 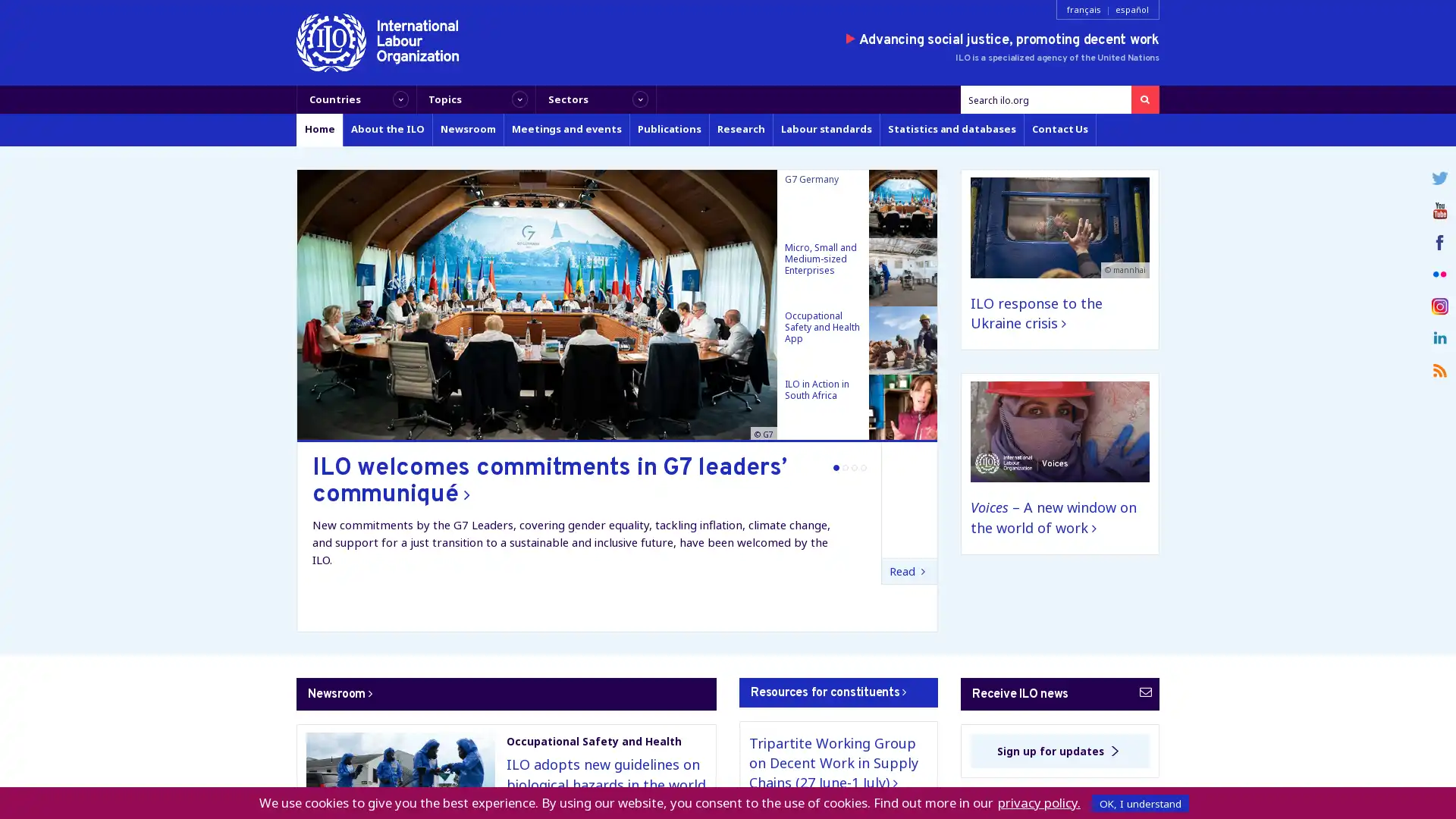 I want to click on Search, so click(x=1144, y=99).